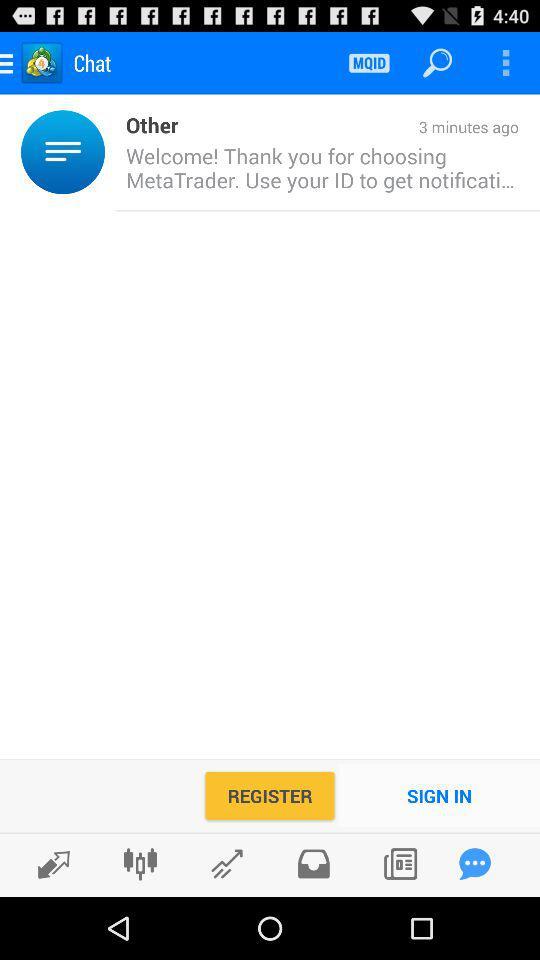 The image size is (540, 960). What do you see at coordinates (110, 151) in the screenshot?
I see `item to the left of other item` at bounding box center [110, 151].